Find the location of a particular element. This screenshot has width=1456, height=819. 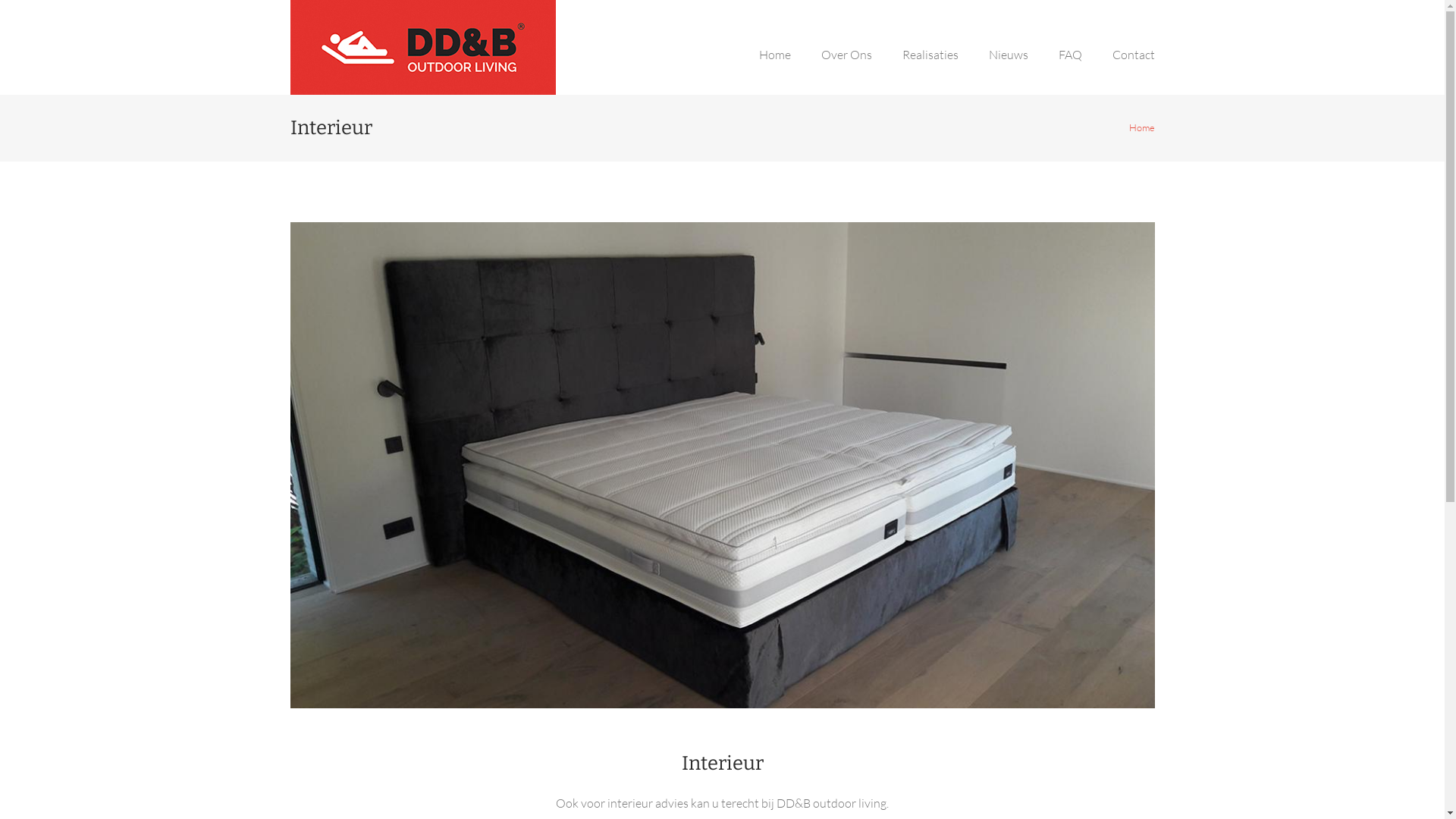

'Realisaties' is located at coordinates (887, 71).